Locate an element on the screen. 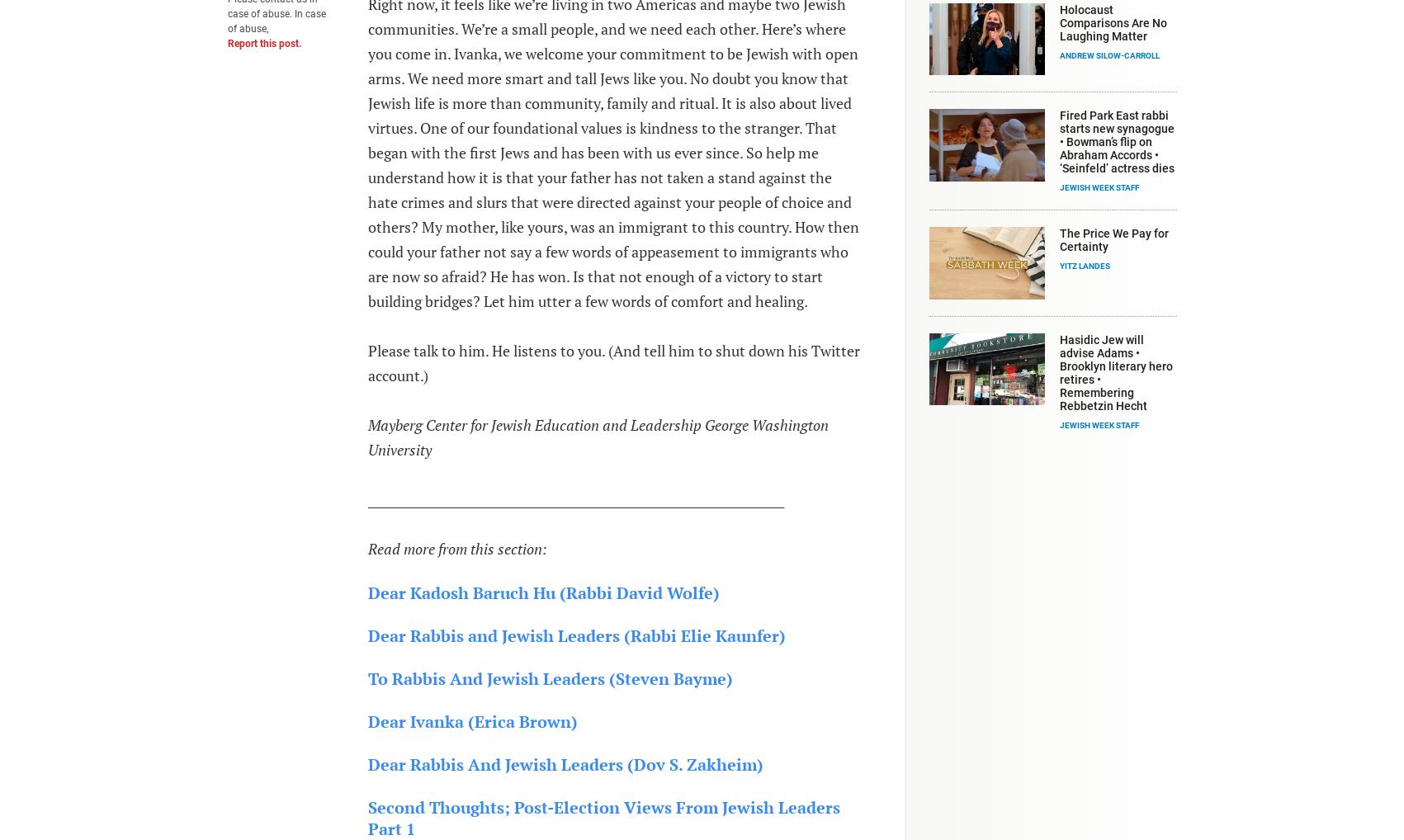 The width and height of the screenshot is (1404, 840). 'Dear Rabbis and Jewish Leaders (Rabbi Elie Kaunfer)' is located at coordinates (574, 635).